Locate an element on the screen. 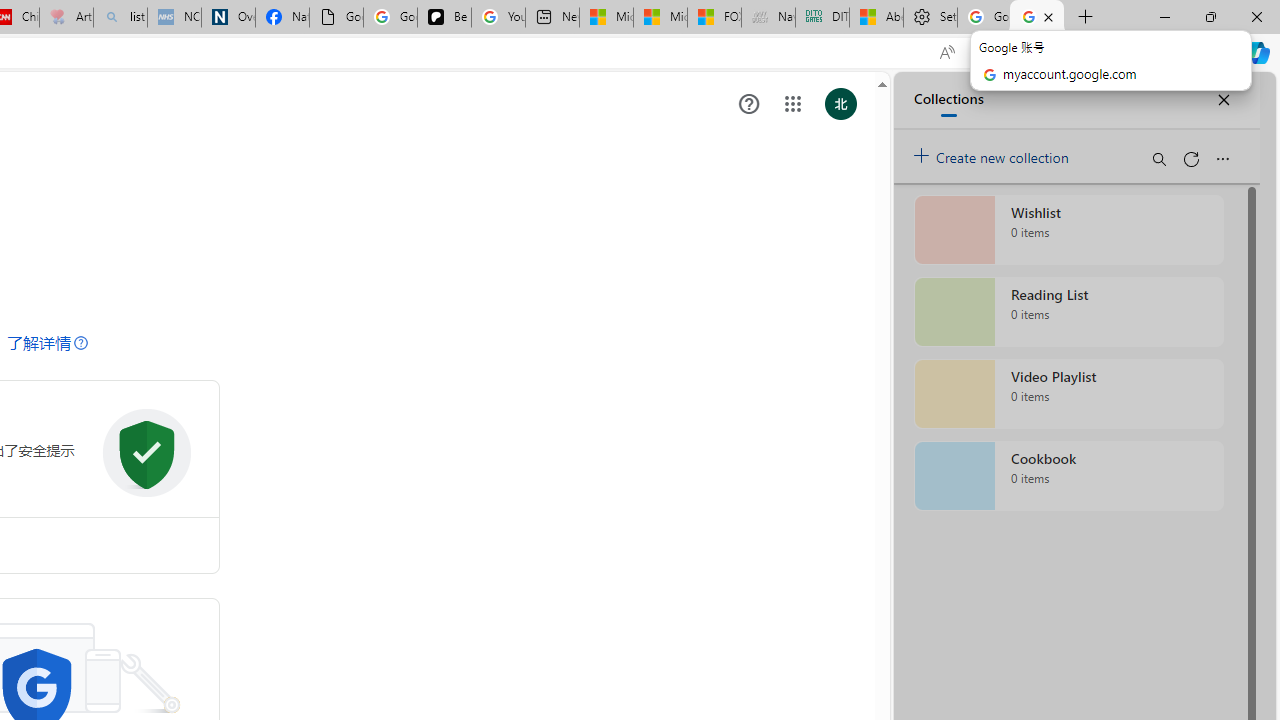  'Google Analytics Opt-out Browser Add-on Download Page' is located at coordinates (336, 17).